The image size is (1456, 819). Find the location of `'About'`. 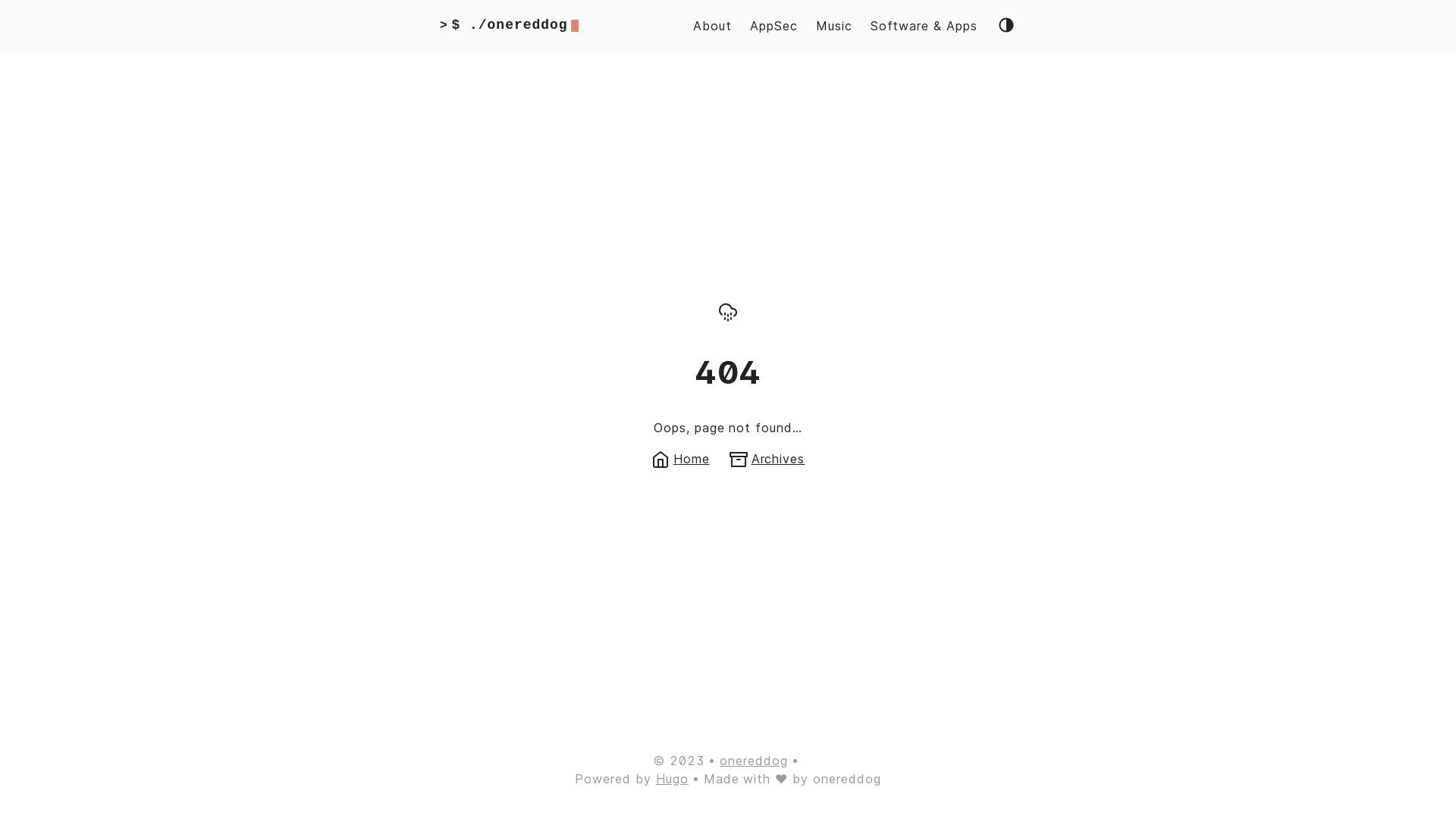

'About' is located at coordinates (711, 26).